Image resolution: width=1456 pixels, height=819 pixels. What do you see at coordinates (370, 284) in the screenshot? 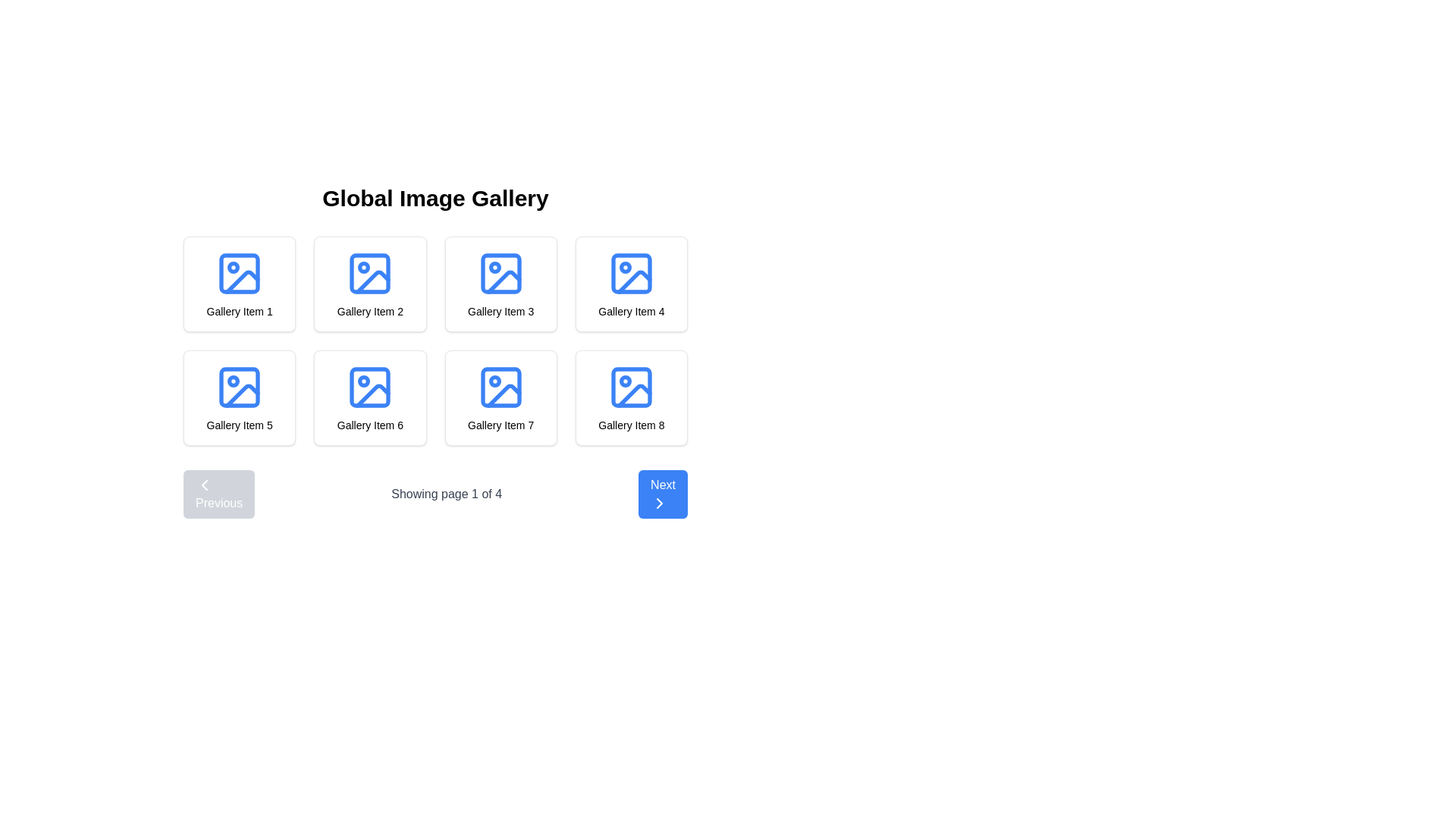
I see `the Card element in the gallery layout, which is the second card in the first row of a 4-column grid` at bounding box center [370, 284].